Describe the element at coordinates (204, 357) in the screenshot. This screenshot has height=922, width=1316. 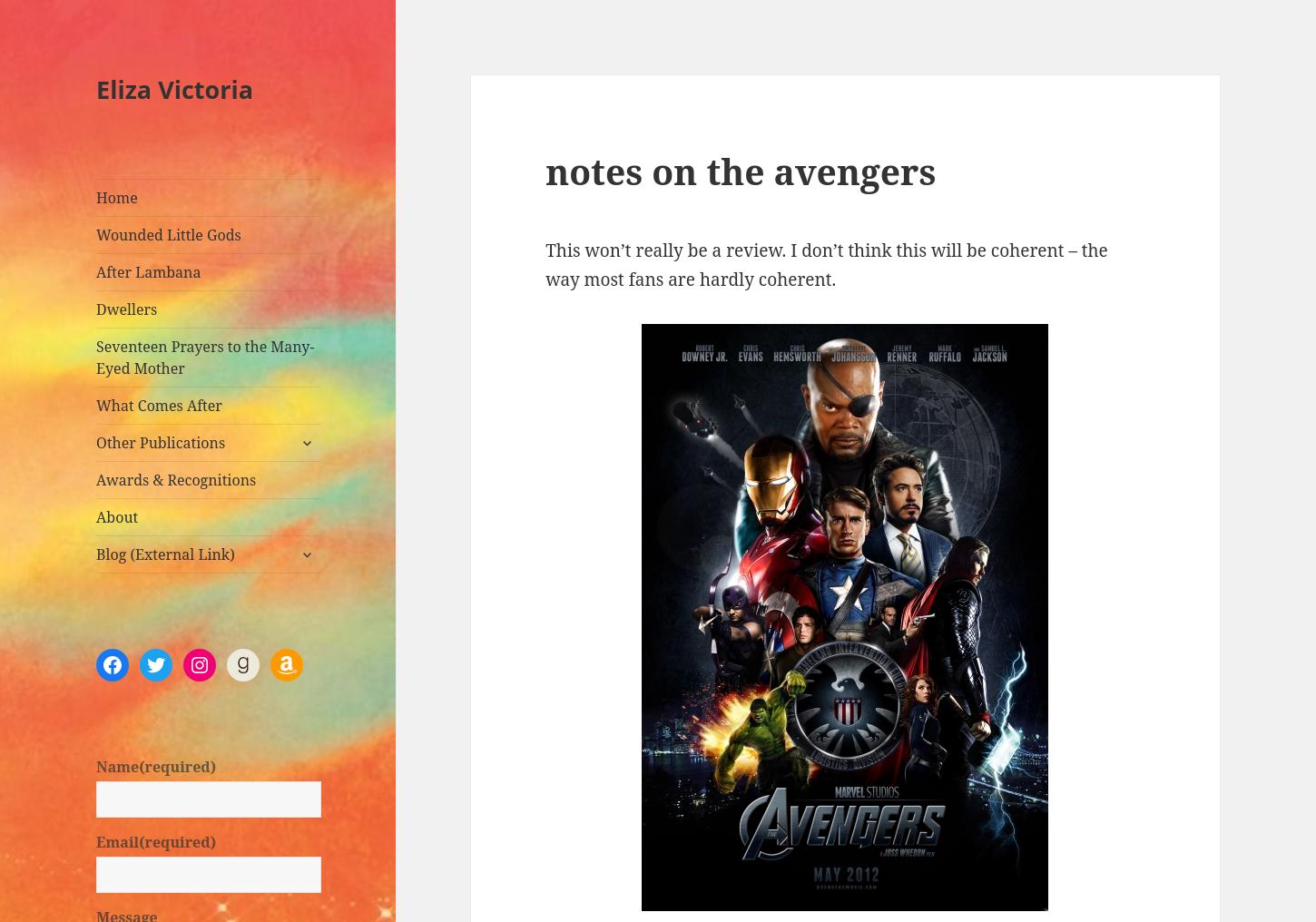
I see `'Seventeen Prayers to the Many-Eyed Mother'` at that location.